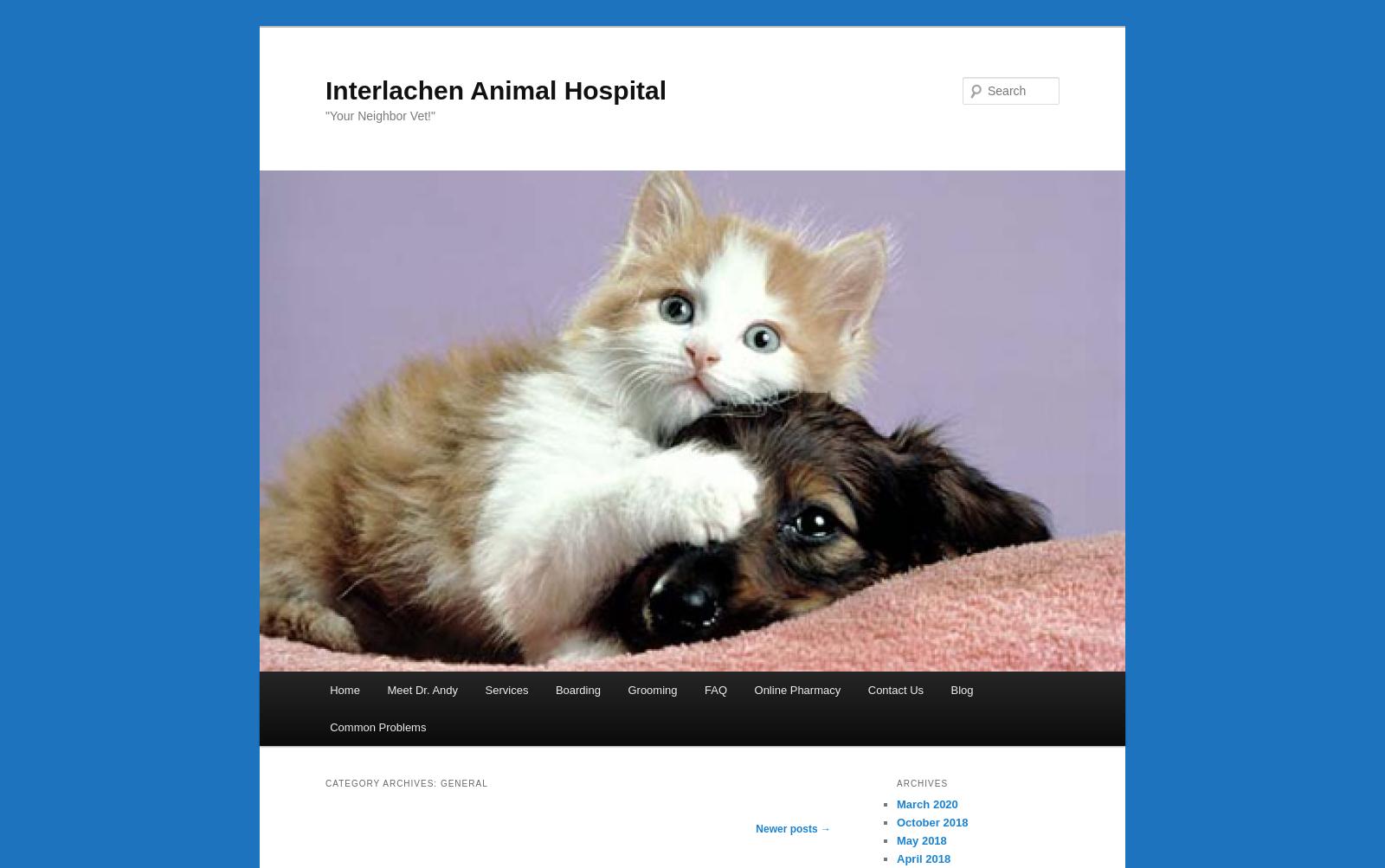  I want to click on 'March 2020', so click(927, 802).